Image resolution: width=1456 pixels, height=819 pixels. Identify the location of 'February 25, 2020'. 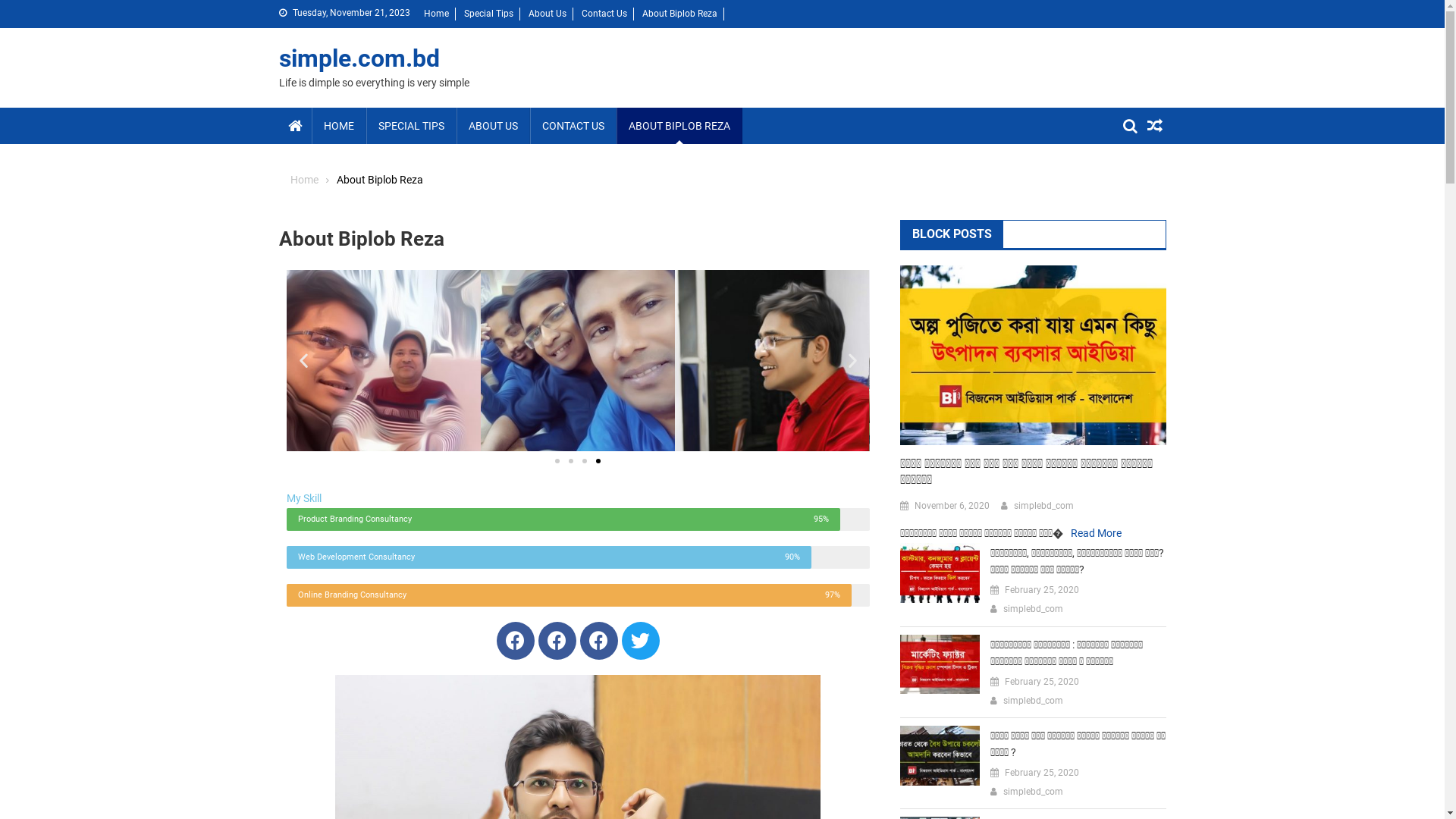
(1040, 773).